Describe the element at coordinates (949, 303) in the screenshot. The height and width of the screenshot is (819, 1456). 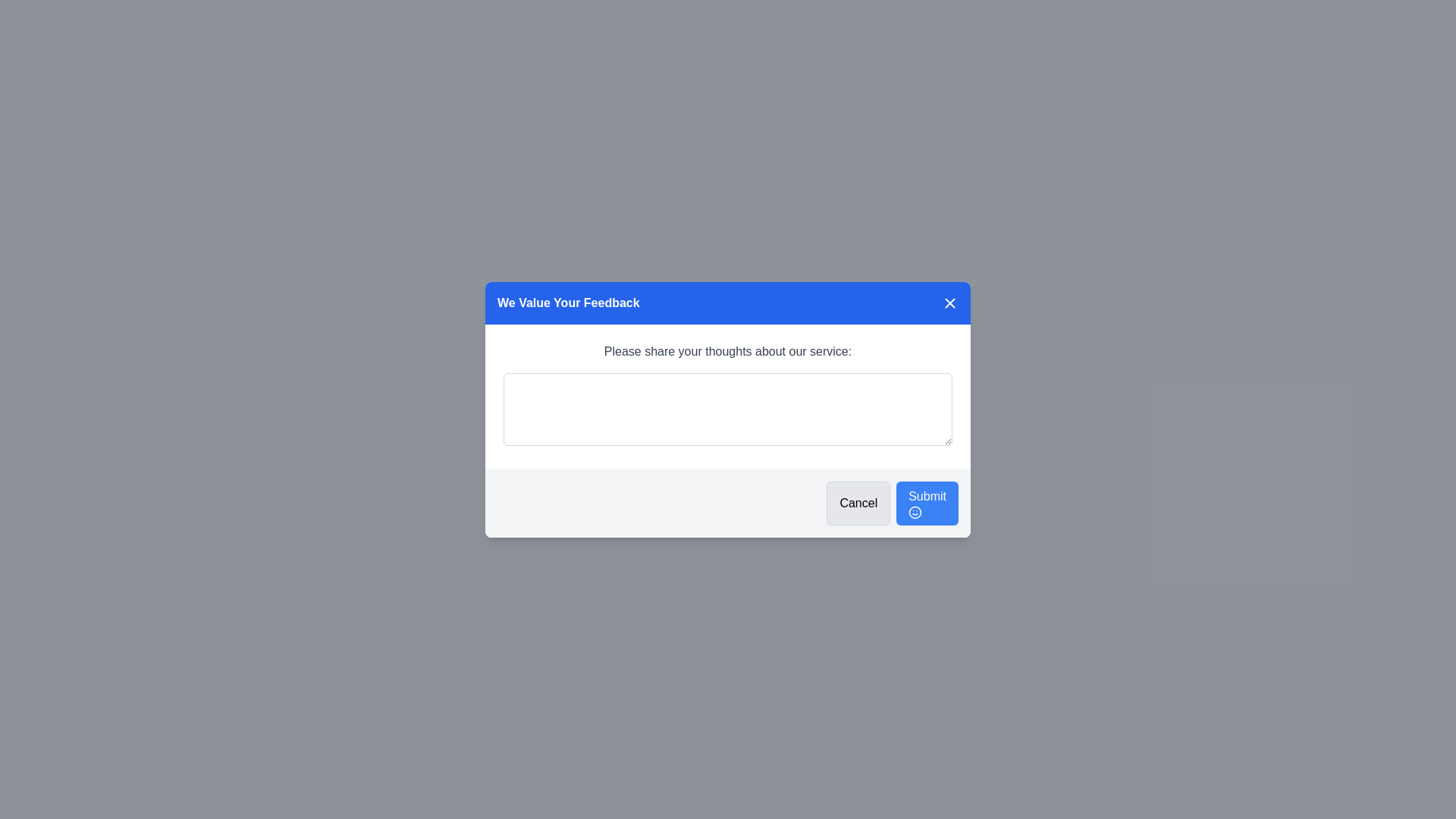
I see `the close button located in the top-right corner of the blue header section stating 'We Value Your Feedback'` at that location.